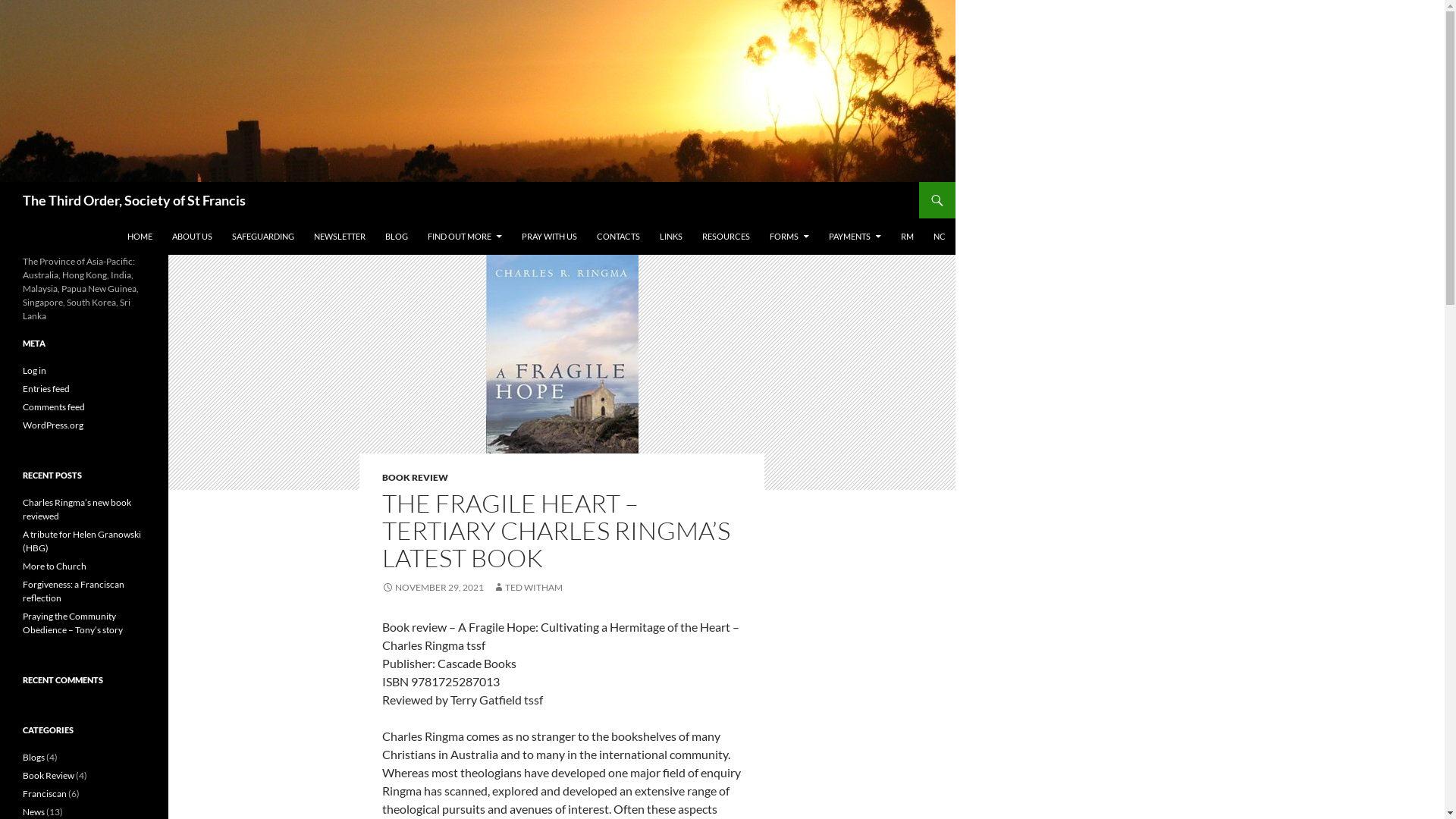 The height and width of the screenshot is (819, 1456). What do you see at coordinates (72, 590) in the screenshot?
I see `'Forgiveness: a Franciscan reflection'` at bounding box center [72, 590].